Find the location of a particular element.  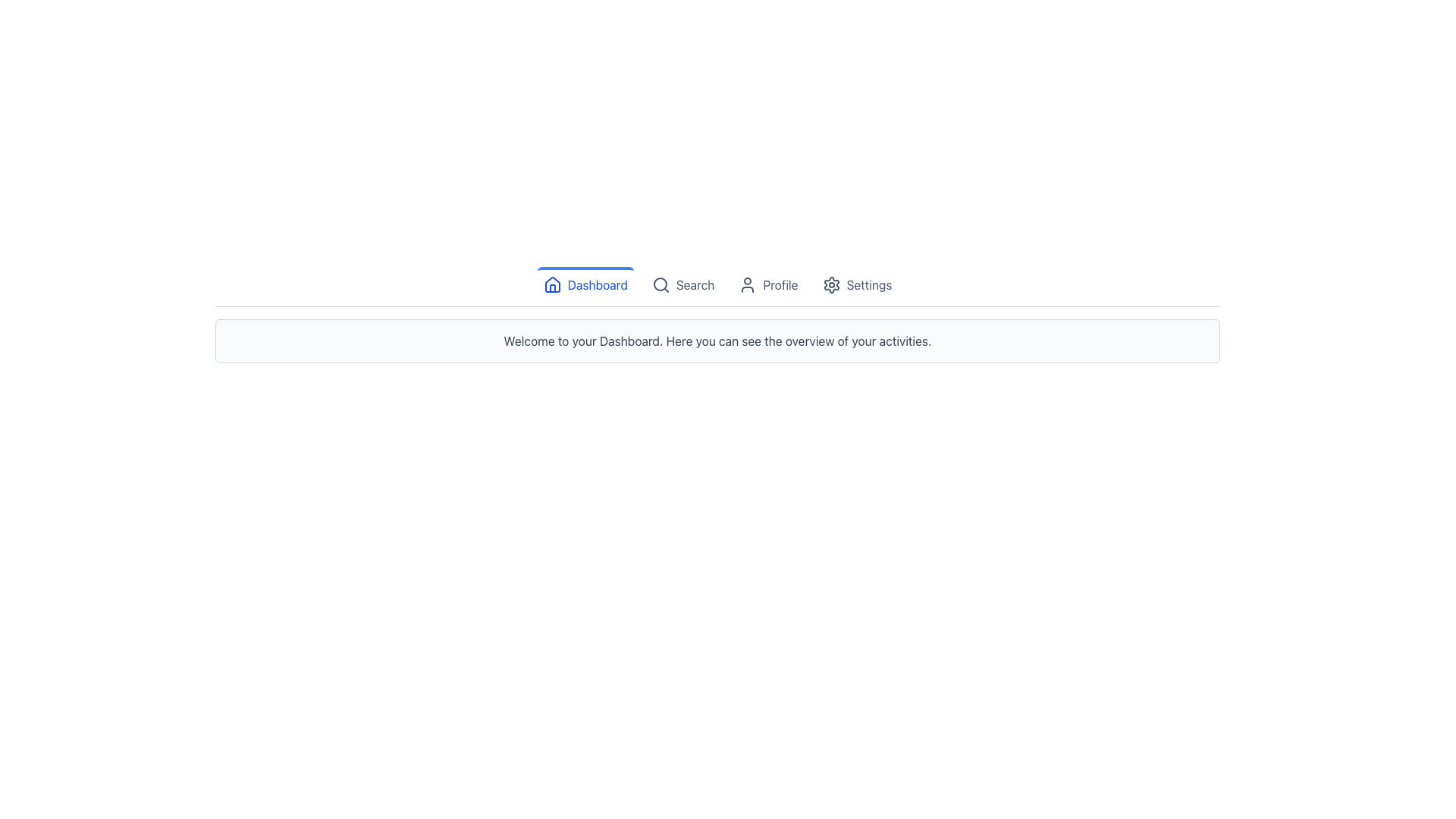

the 'Dashboard' text label in the top navigation bar is located at coordinates (597, 284).